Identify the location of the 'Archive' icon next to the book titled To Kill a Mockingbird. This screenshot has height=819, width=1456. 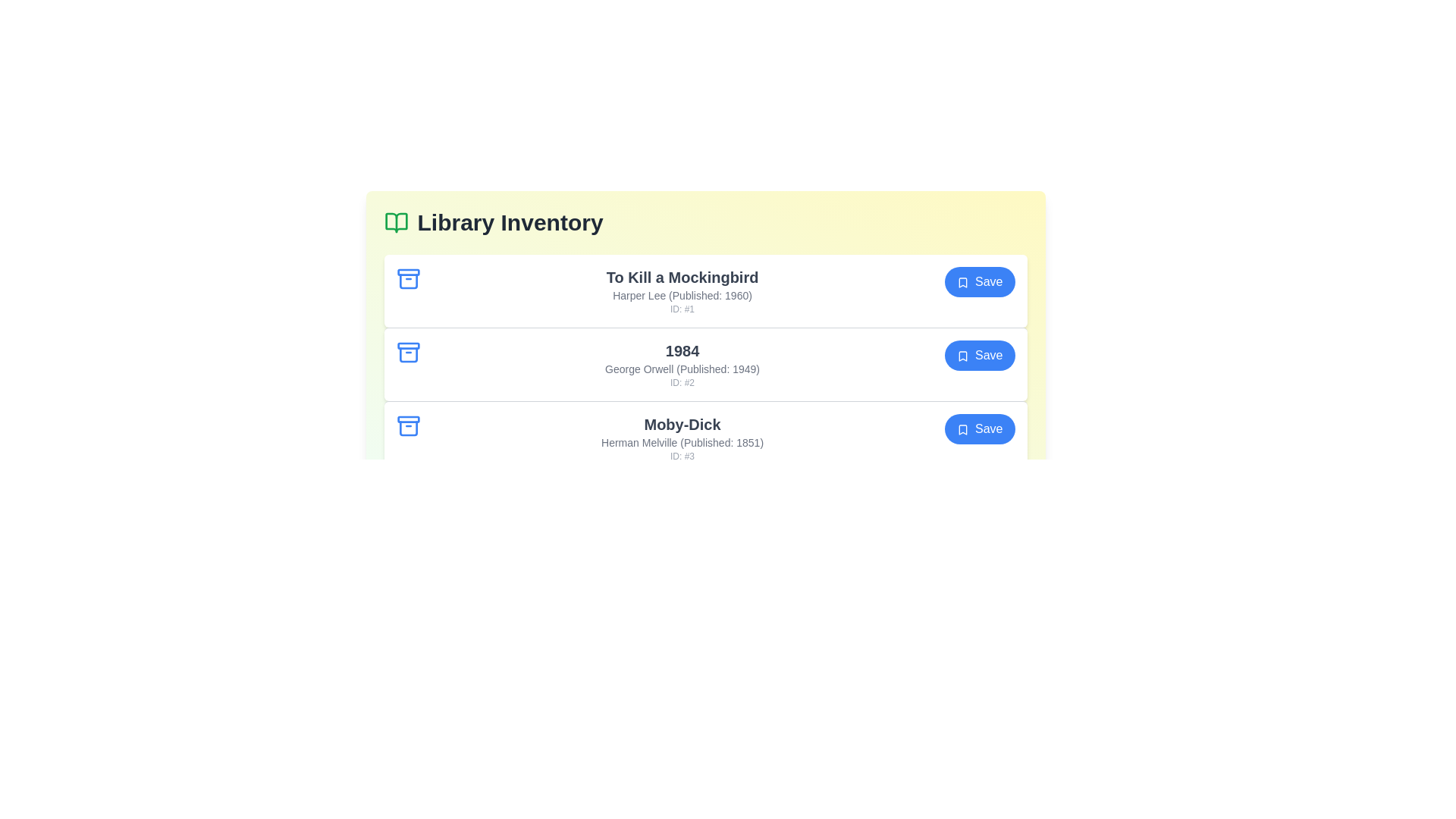
(408, 278).